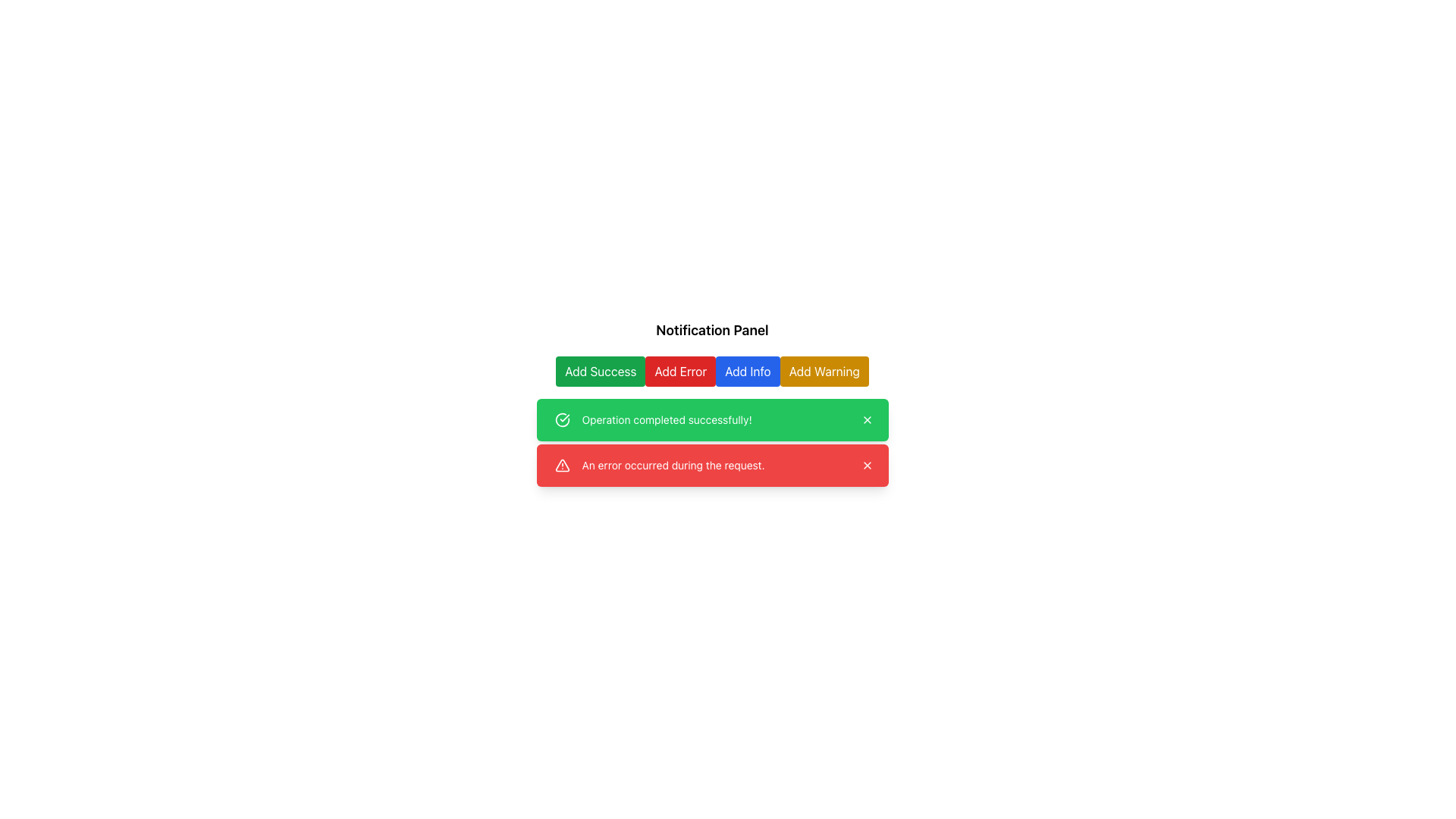 Image resolution: width=1456 pixels, height=819 pixels. What do you see at coordinates (679, 371) in the screenshot?
I see `the 'Add Error' button, which is a rectangular button with a red background and white text, located in the Notification Panel` at bounding box center [679, 371].